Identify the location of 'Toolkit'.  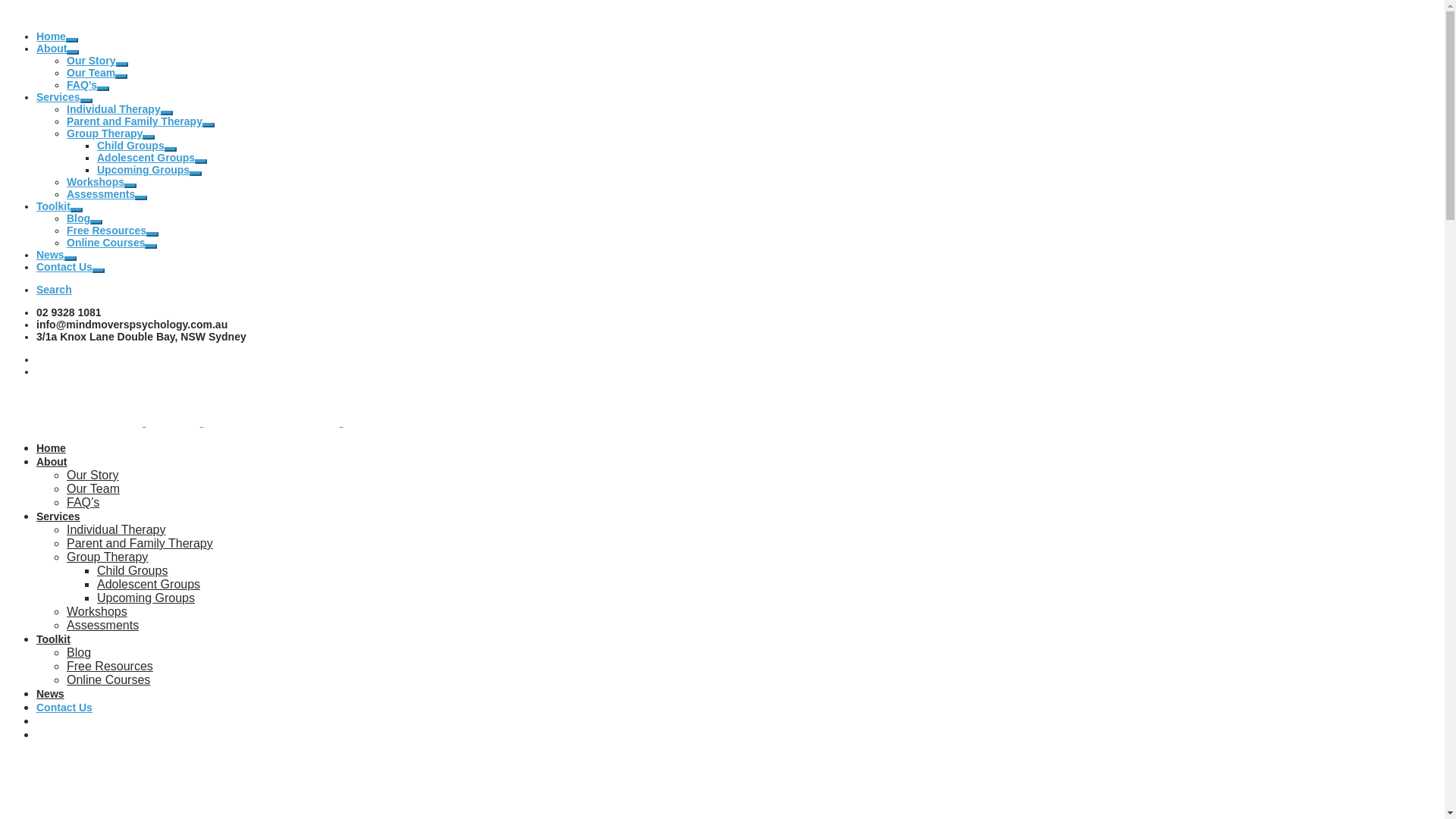
(53, 206).